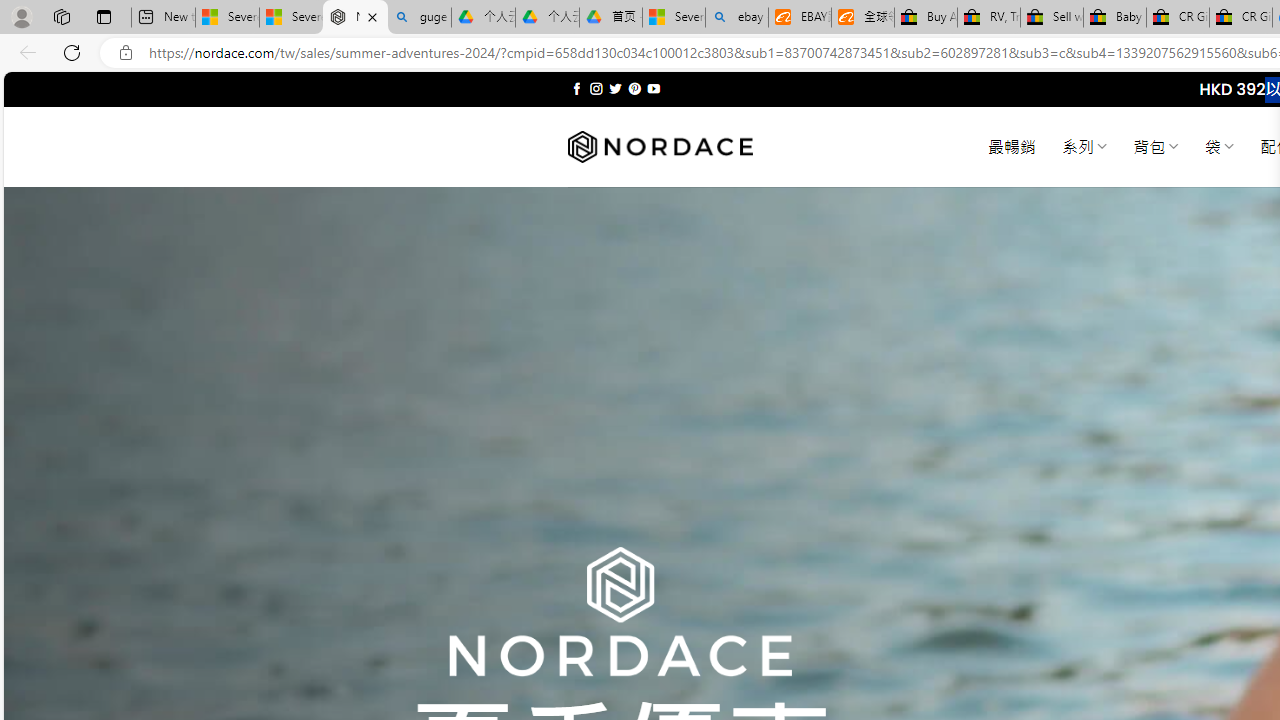  I want to click on 'Sell worldwide with eBay', so click(1051, 17).